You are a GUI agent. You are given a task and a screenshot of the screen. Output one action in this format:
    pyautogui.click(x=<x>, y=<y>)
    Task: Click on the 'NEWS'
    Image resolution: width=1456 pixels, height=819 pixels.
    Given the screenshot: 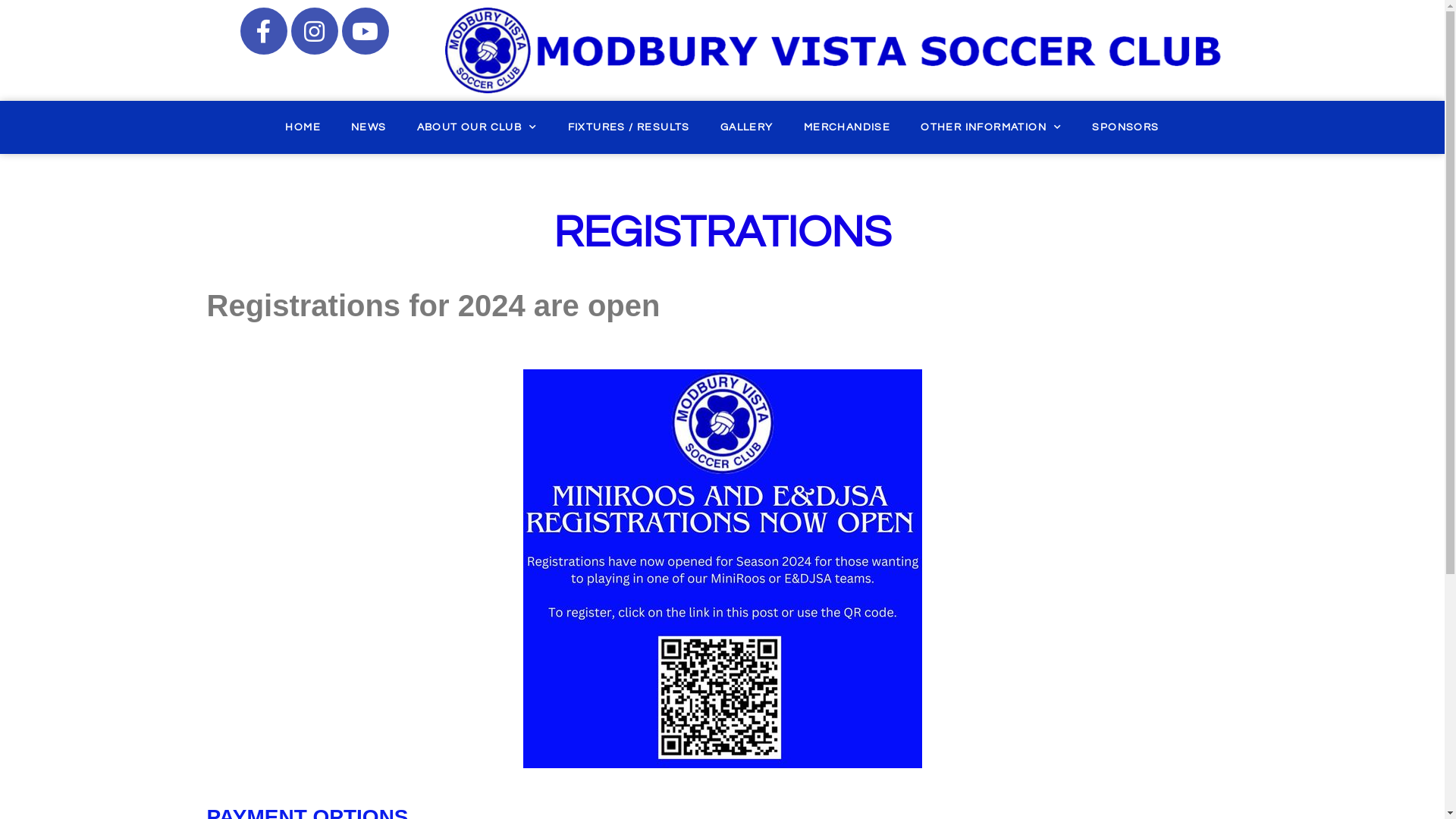 What is the action you would take?
    pyautogui.click(x=369, y=127)
    